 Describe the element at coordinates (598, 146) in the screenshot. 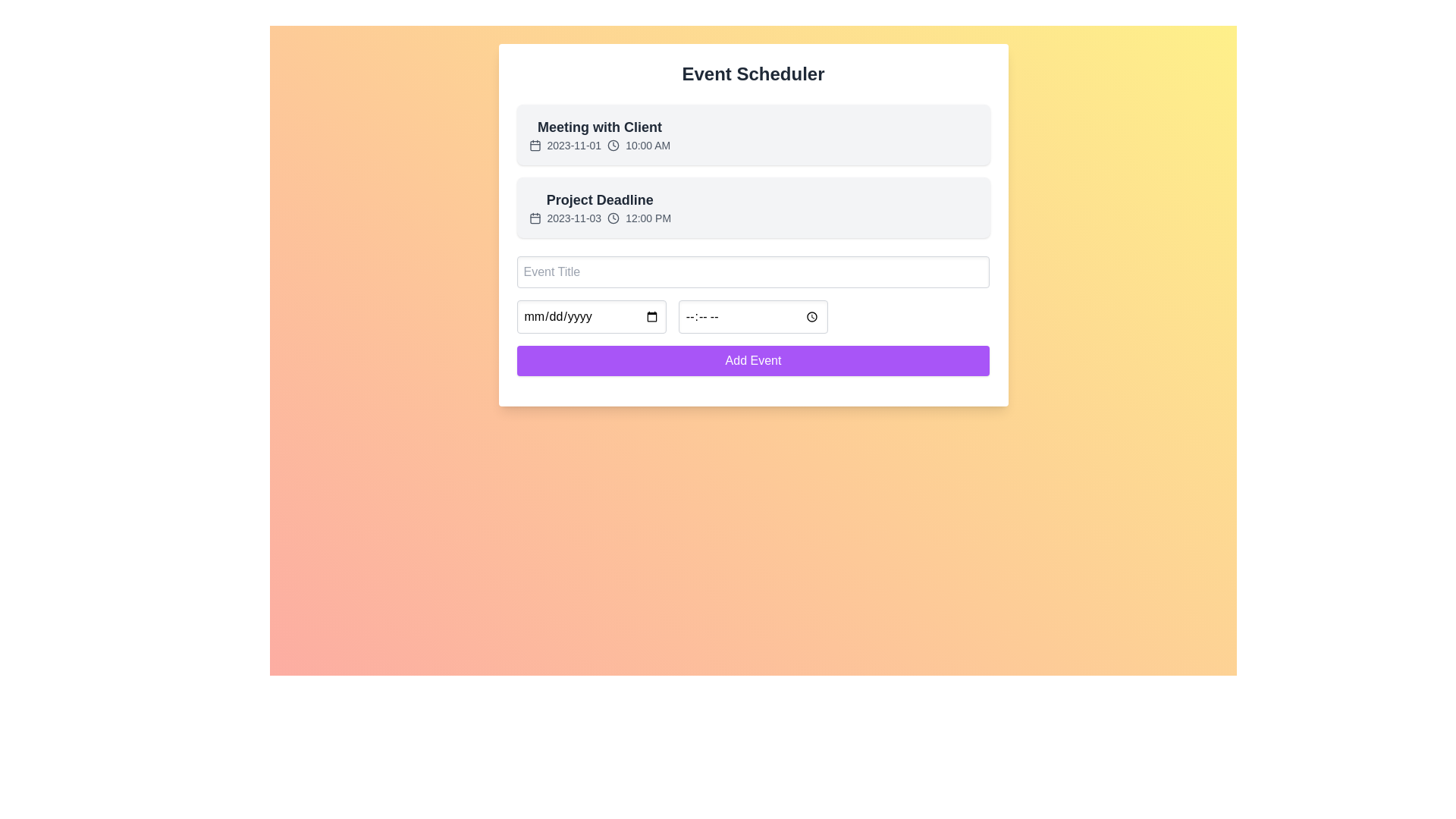

I see `the 'scheduled date and time' text with icons element located under the 'Meeting with Client' section, which provides additional context for the event` at that location.